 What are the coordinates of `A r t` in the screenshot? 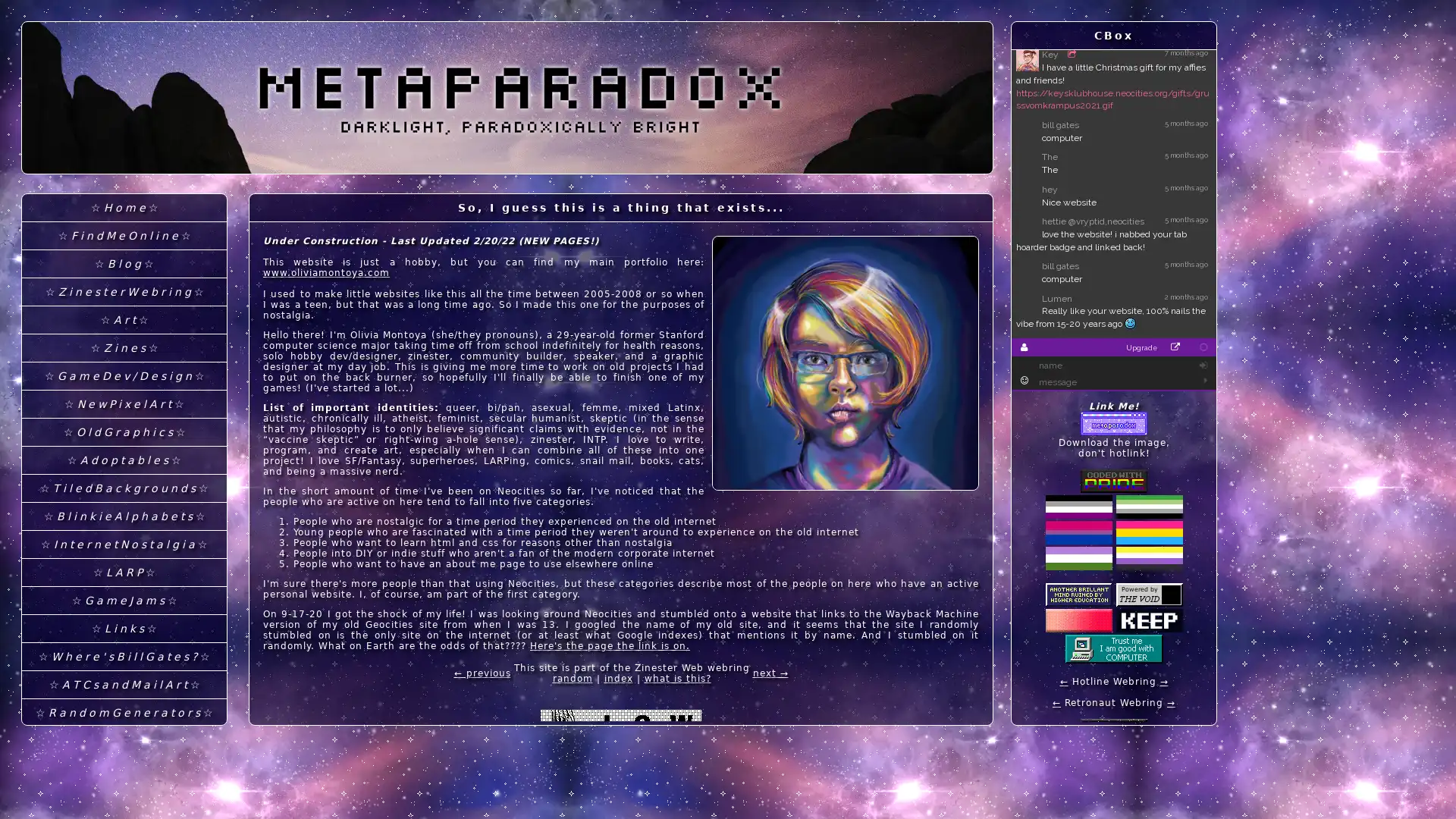 It's located at (124, 319).